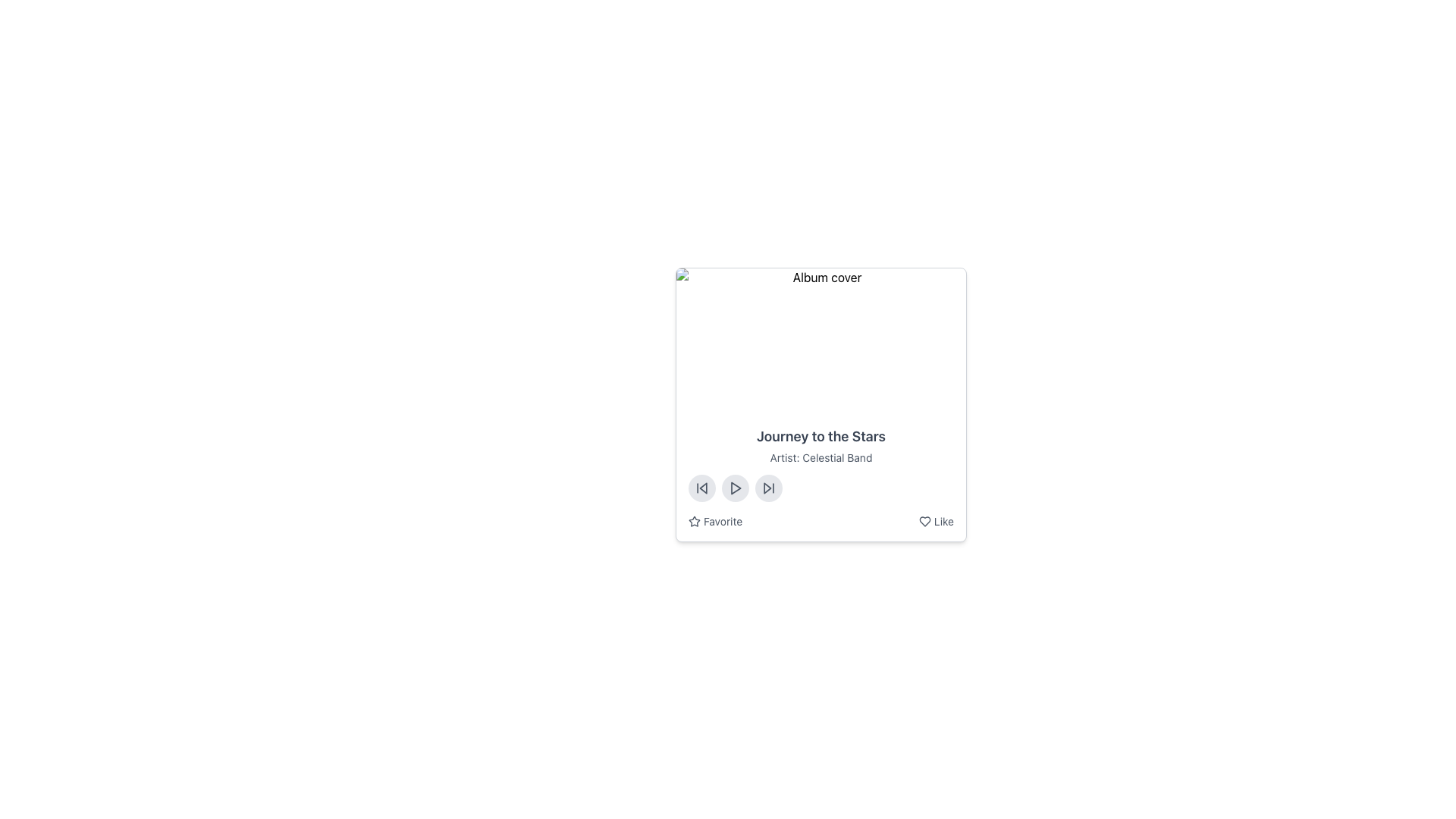 The image size is (1456, 819). What do you see at coordinates (821, 457) in the screenshot?
I see `the Label displaying 'Artist: Celestial Band', which is positioned below the title 'Journey to the Stars' and above interactive controls` at bounding box center [821, 457].